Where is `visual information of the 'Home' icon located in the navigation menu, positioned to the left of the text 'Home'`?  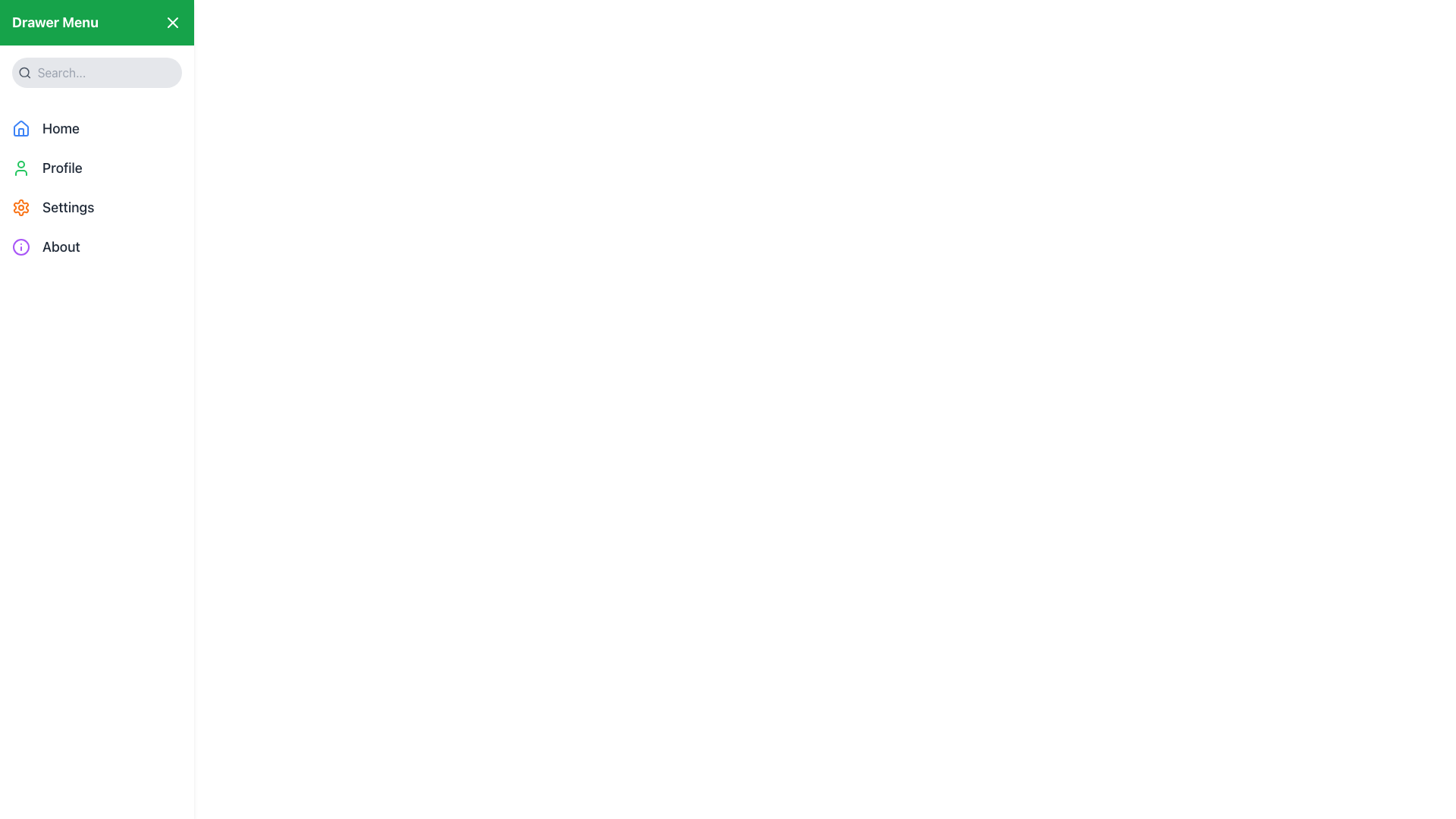 visual information of the 'Home' icon located in the navigation menu, positioned to the left of the text 'Home' is located at coordinates (21, 127).